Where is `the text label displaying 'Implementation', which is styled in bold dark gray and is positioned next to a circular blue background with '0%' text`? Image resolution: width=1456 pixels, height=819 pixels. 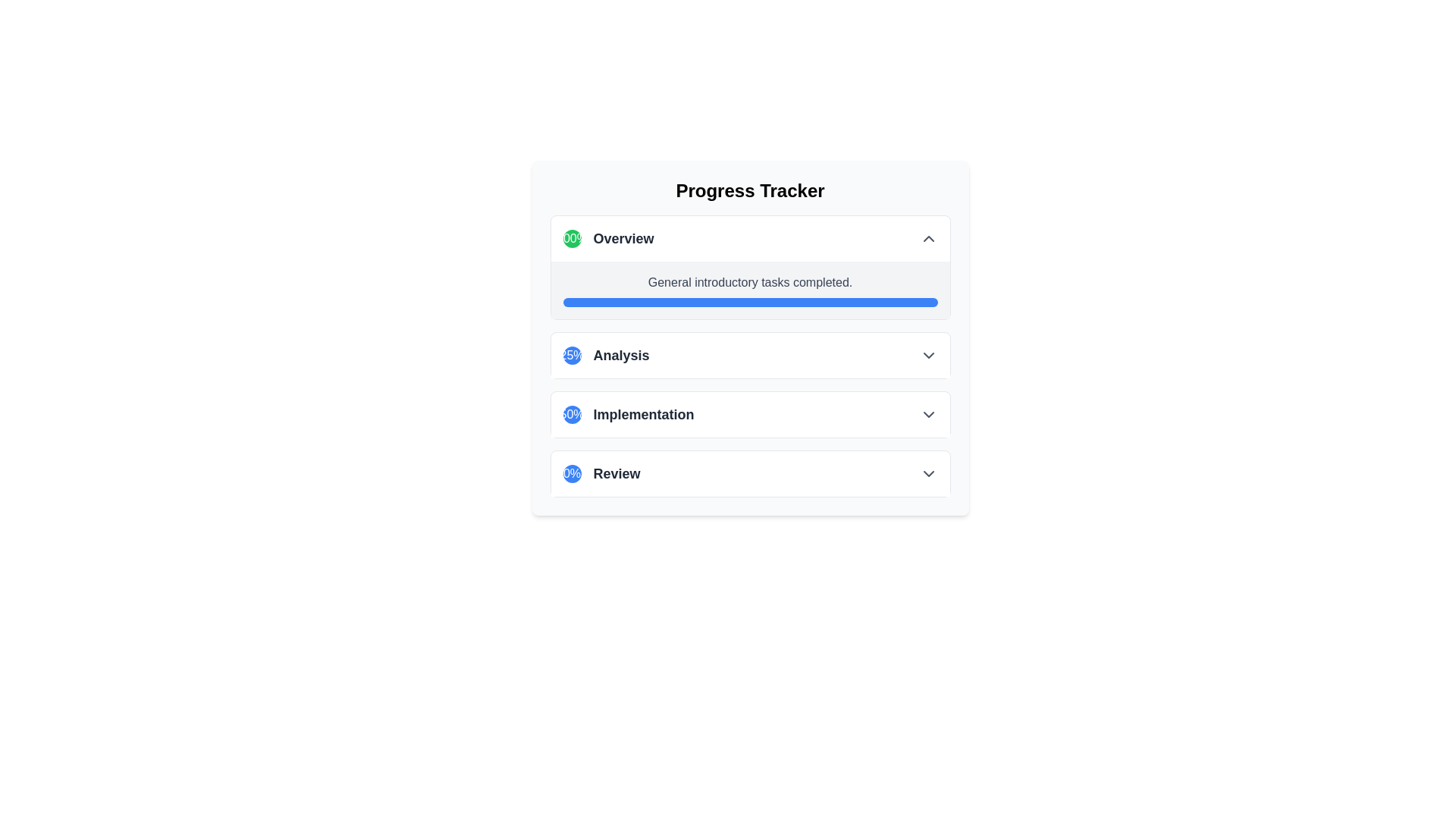
the text label displaying 'Implementation', which is styled in bold dark gray and is positioned next to a circular blue background with '0%' text is located at coordinates (644, 415).